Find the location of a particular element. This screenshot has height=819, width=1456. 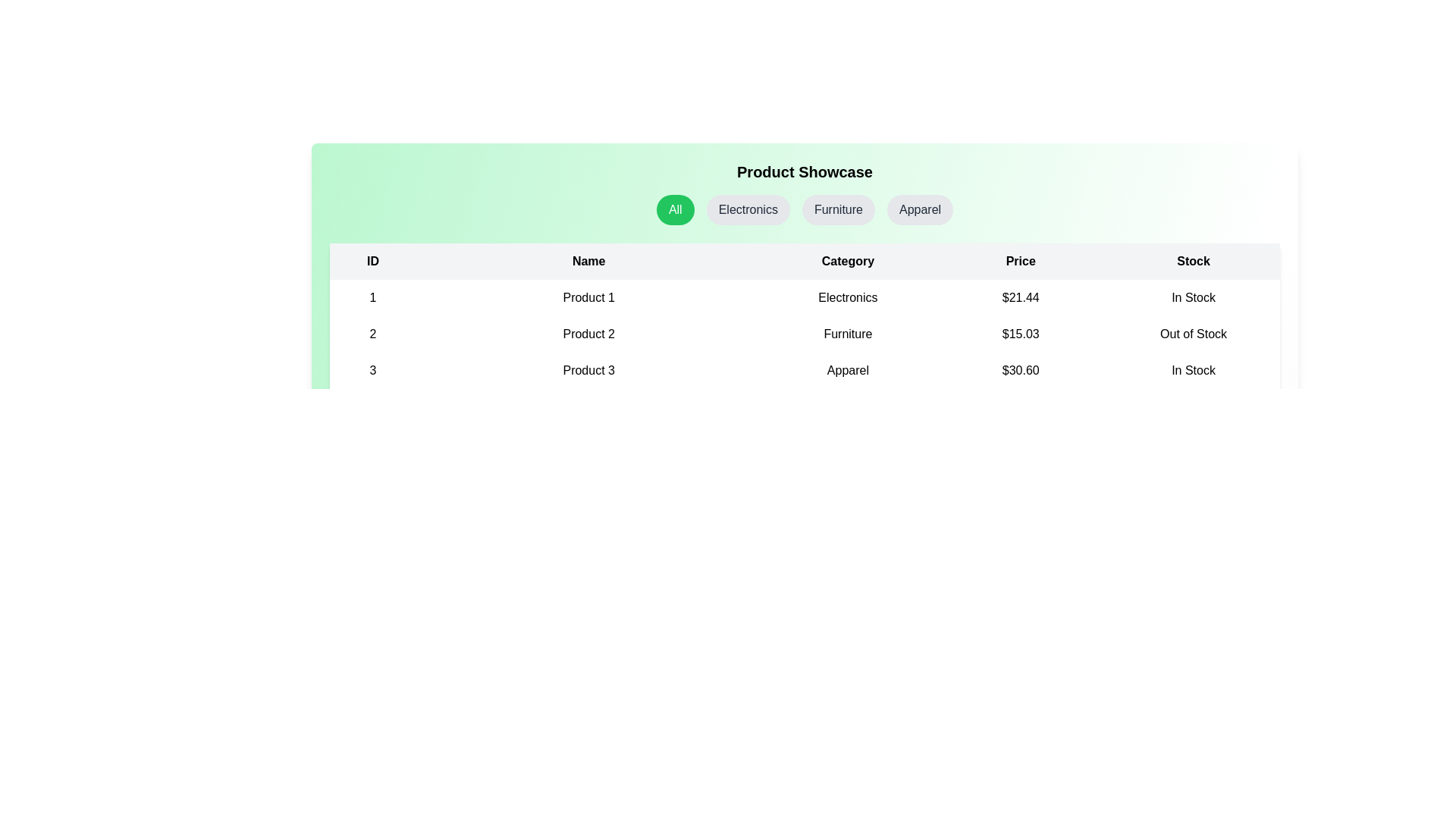

the category button labeled Apparel to filter products is located at coordinates (919, 210).